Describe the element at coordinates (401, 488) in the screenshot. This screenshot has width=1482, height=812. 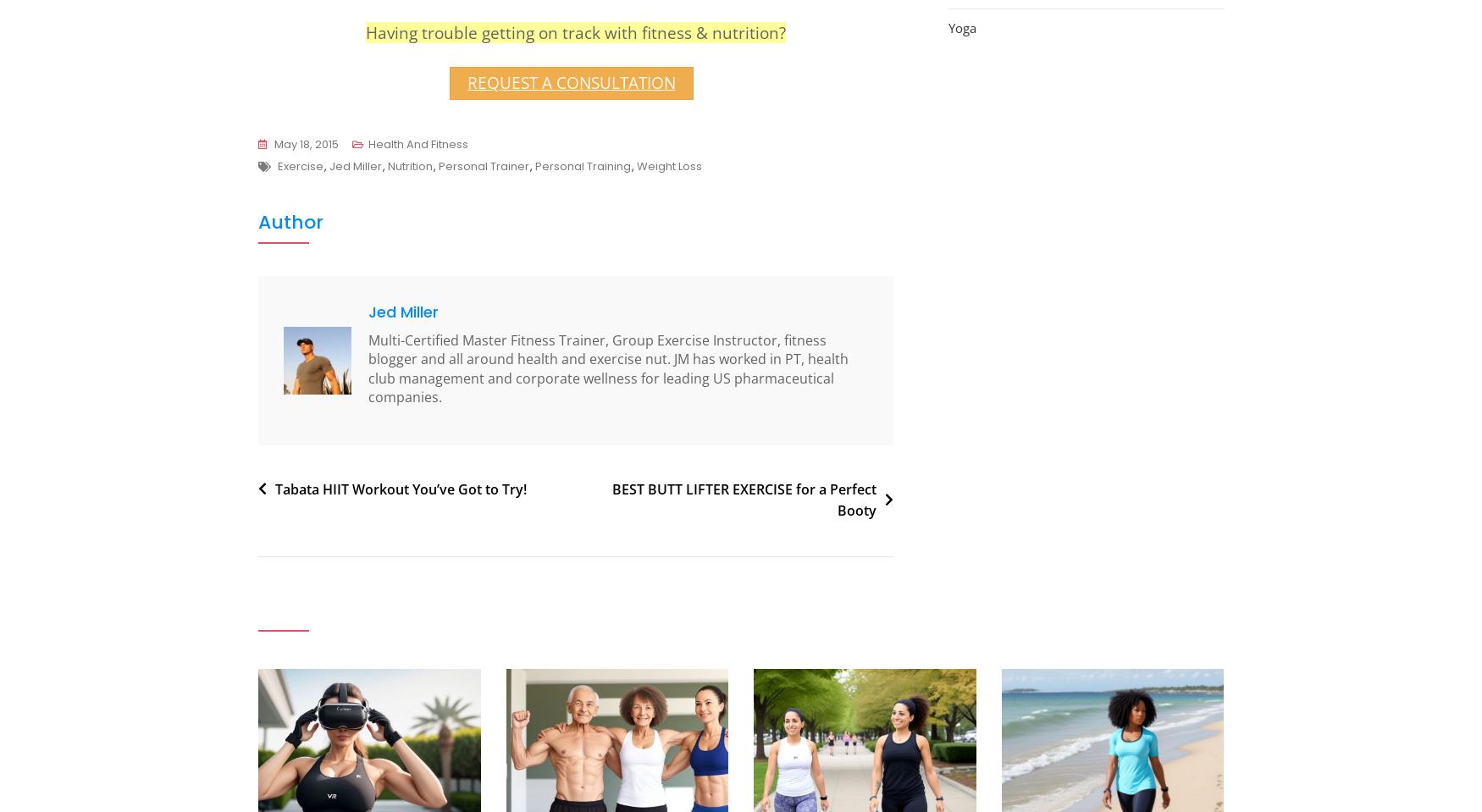
I see `'Tabata HIIT Workout You’ve Got to Try!'` at that location.